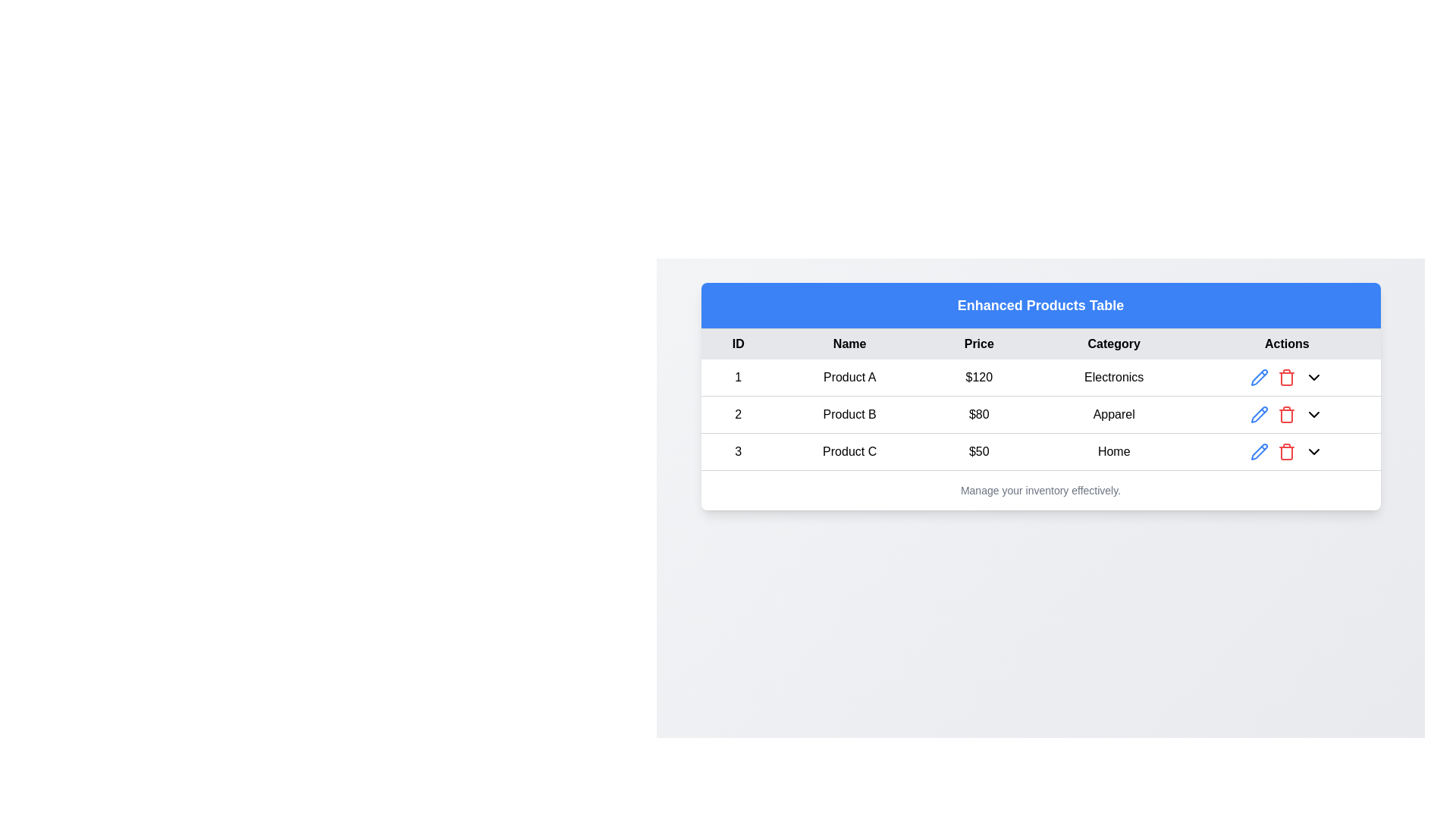 The width and height of the screenshot is (1456, 819). What do you see at coordinates (1313, 415) in the screenshot?
I see `the dropdown control` at bounding box center [1313, 415].